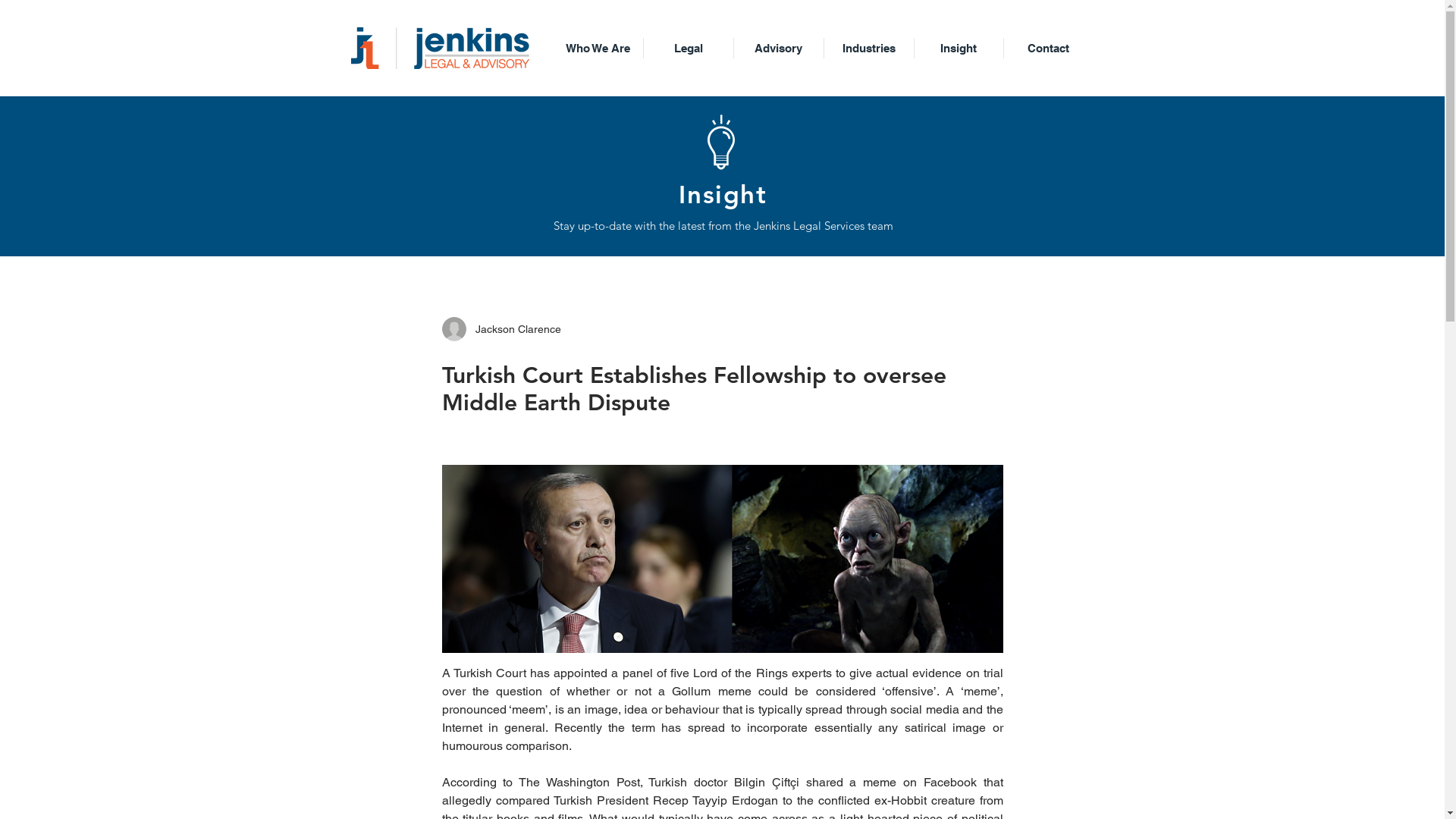  What do you see at coordinates (958, 47) in the screenshot?
I see `'Insight'` at bounding box center [958, 47].